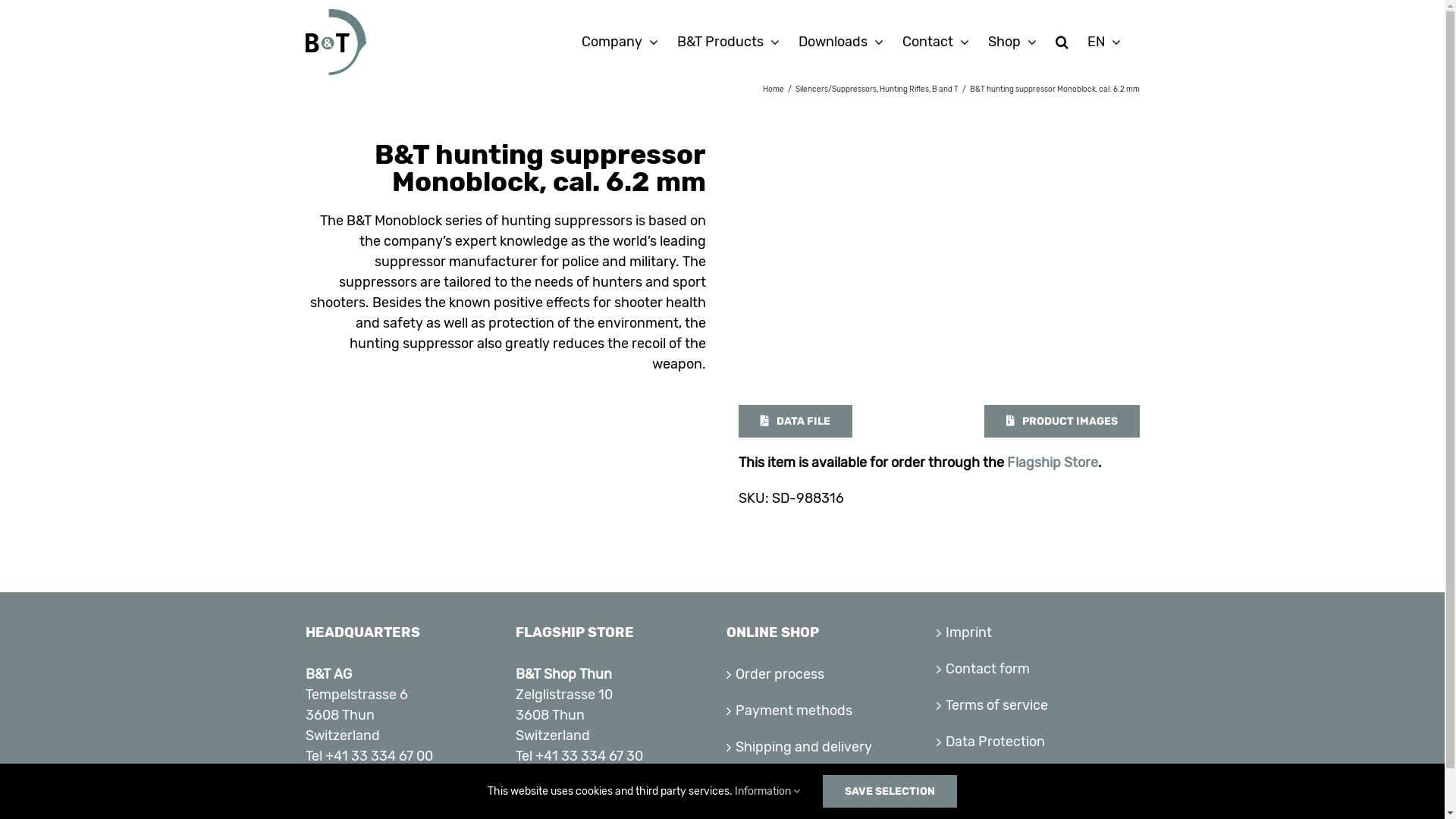 The height and width of the screenshot is (819, 1456). Describe the element at coordinates (735, 790) in the screenshot. I see `'Information'` at that location.